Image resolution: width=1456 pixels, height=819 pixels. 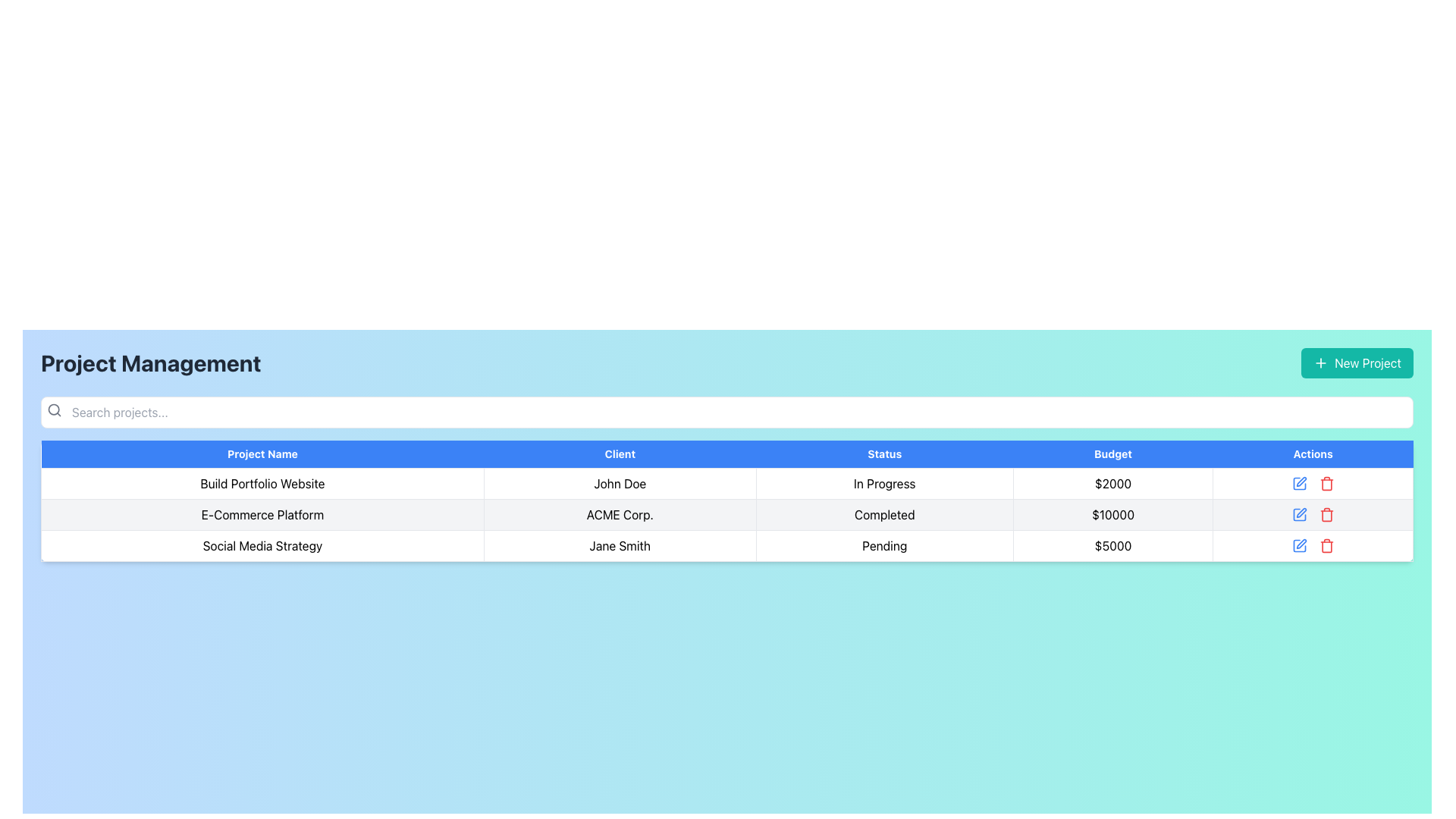 I want to click on the leftmost icon in the 'Actions' column for the 'Build Portfolio Website' project, so click(x=1301, y=482).